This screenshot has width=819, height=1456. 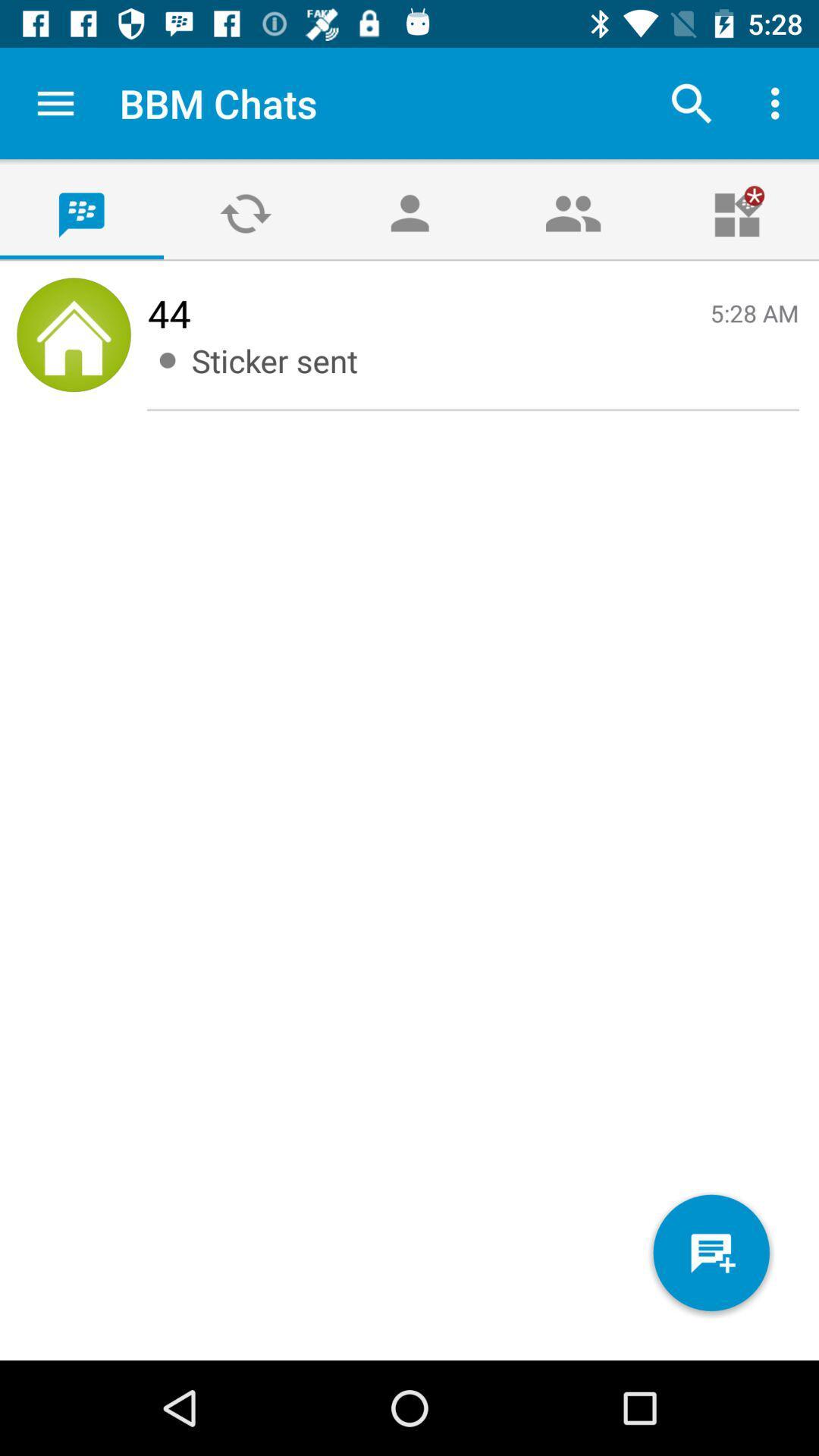 What do you see at coordinates (573, 212) in the screenshot?
I see `the group icon` at bounding box center [573, 212].